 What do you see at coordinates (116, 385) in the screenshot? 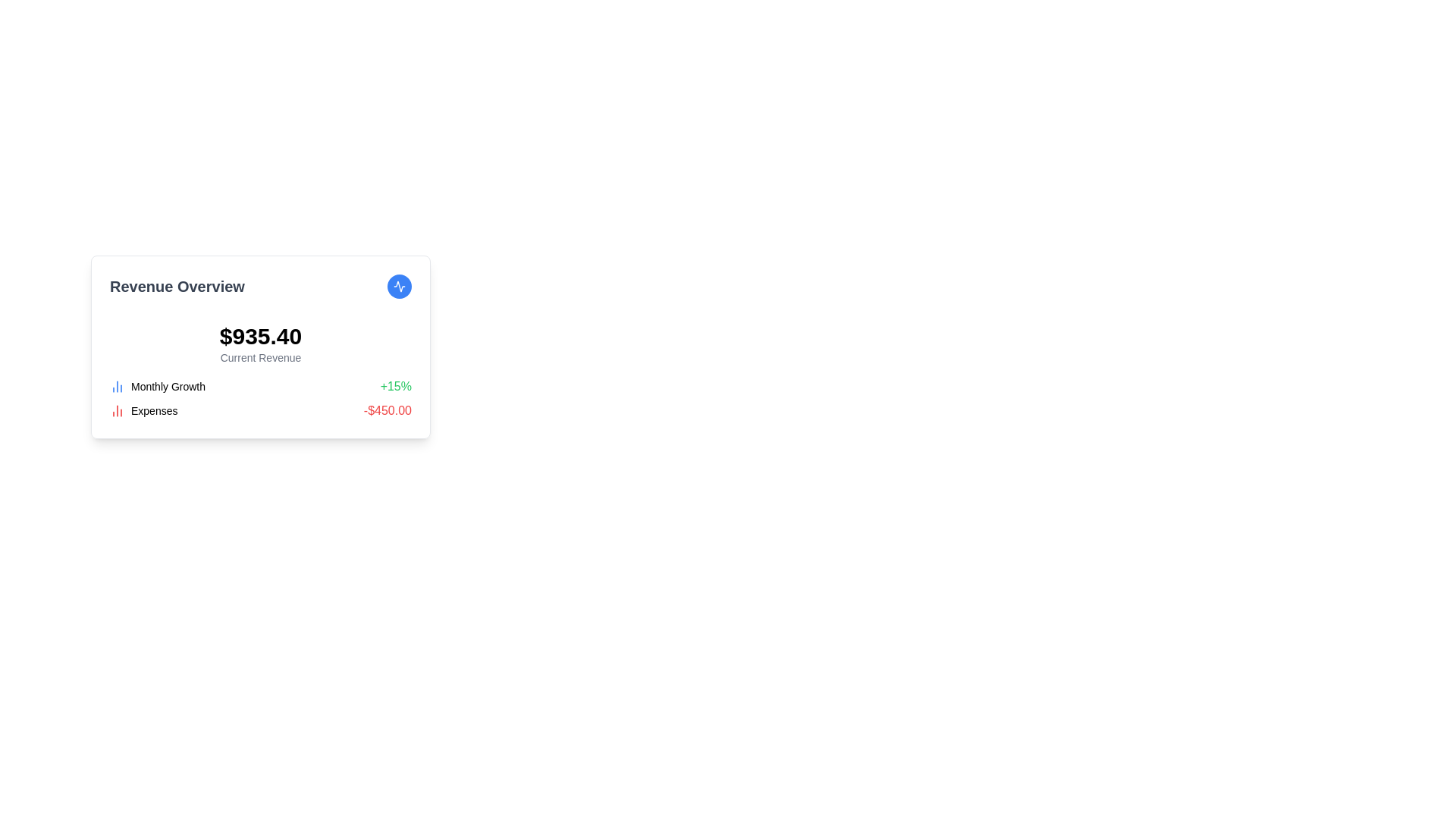
I see `the decorative icon representing the data metric for 'Monthly Growth', located to the left of the text and percentage` at bounding box center [116, 385].